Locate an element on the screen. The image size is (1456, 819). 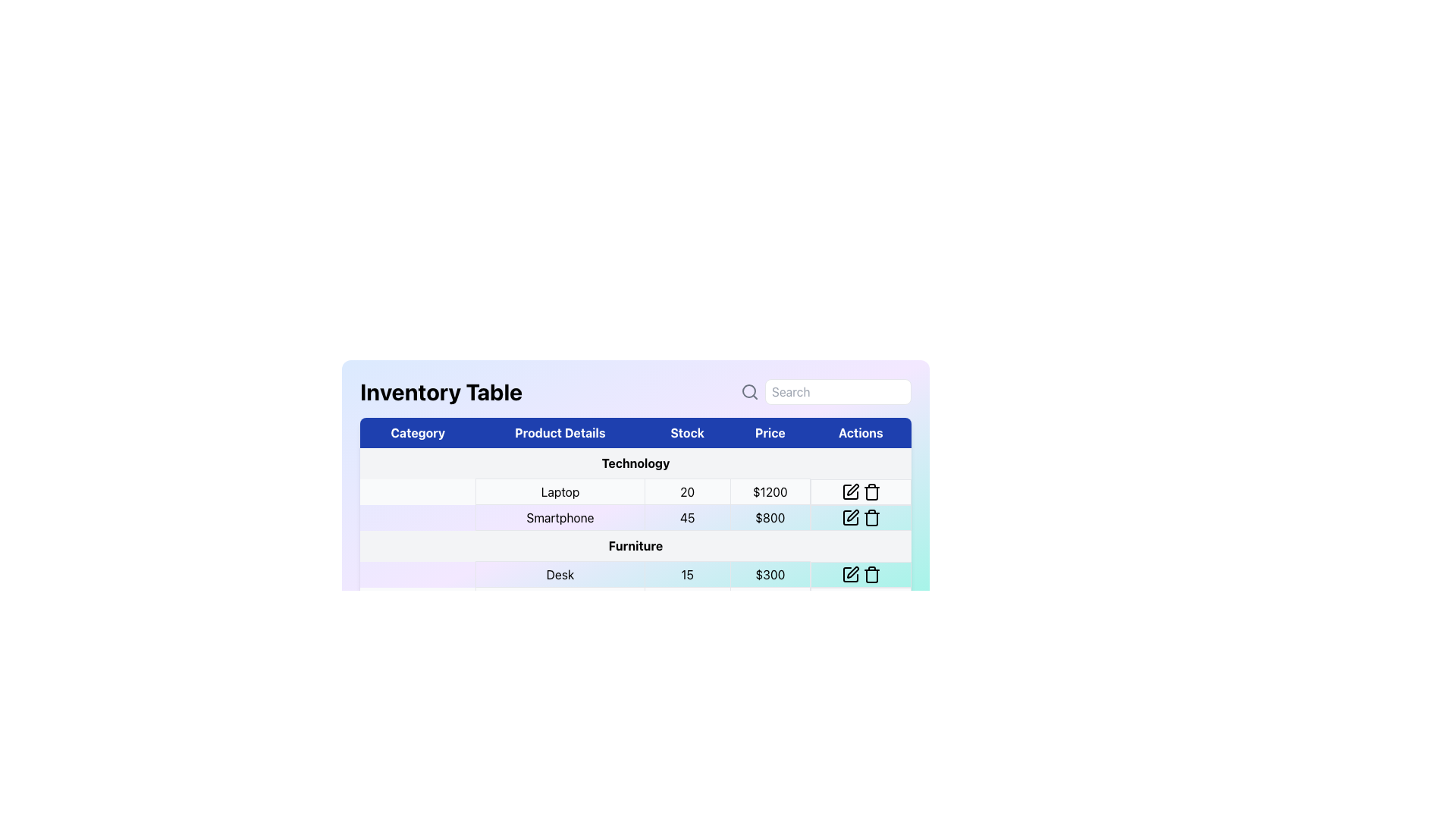
the middle segment of the trash icon, which is part of the trash icon used to delete the 'Desk' item from the inventory table is located at coordinates (871, 576).